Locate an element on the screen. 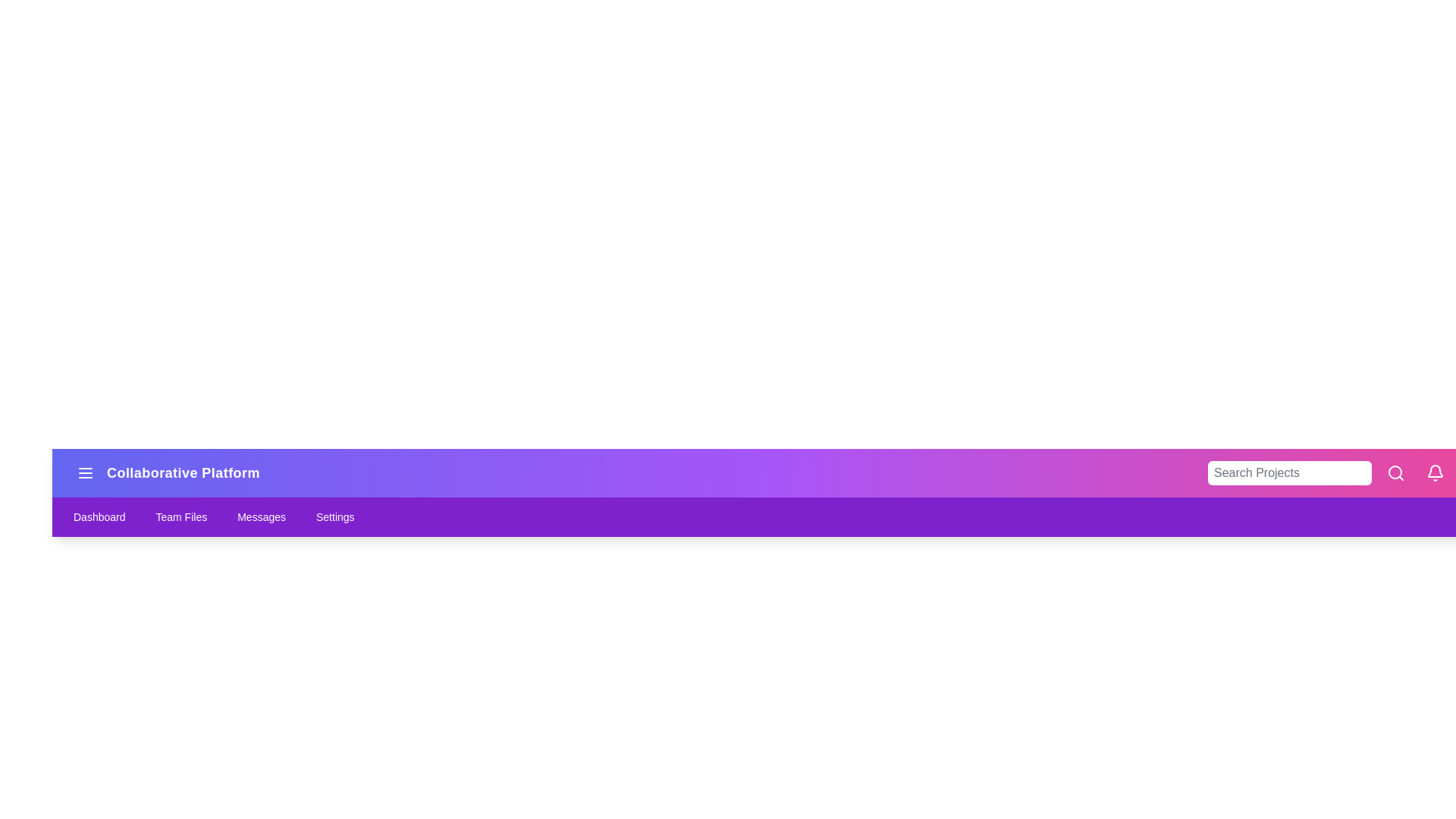  the first navigation button in the header that links to the dashboard page to trigger visual feedback is located at coordinates (99, 516).